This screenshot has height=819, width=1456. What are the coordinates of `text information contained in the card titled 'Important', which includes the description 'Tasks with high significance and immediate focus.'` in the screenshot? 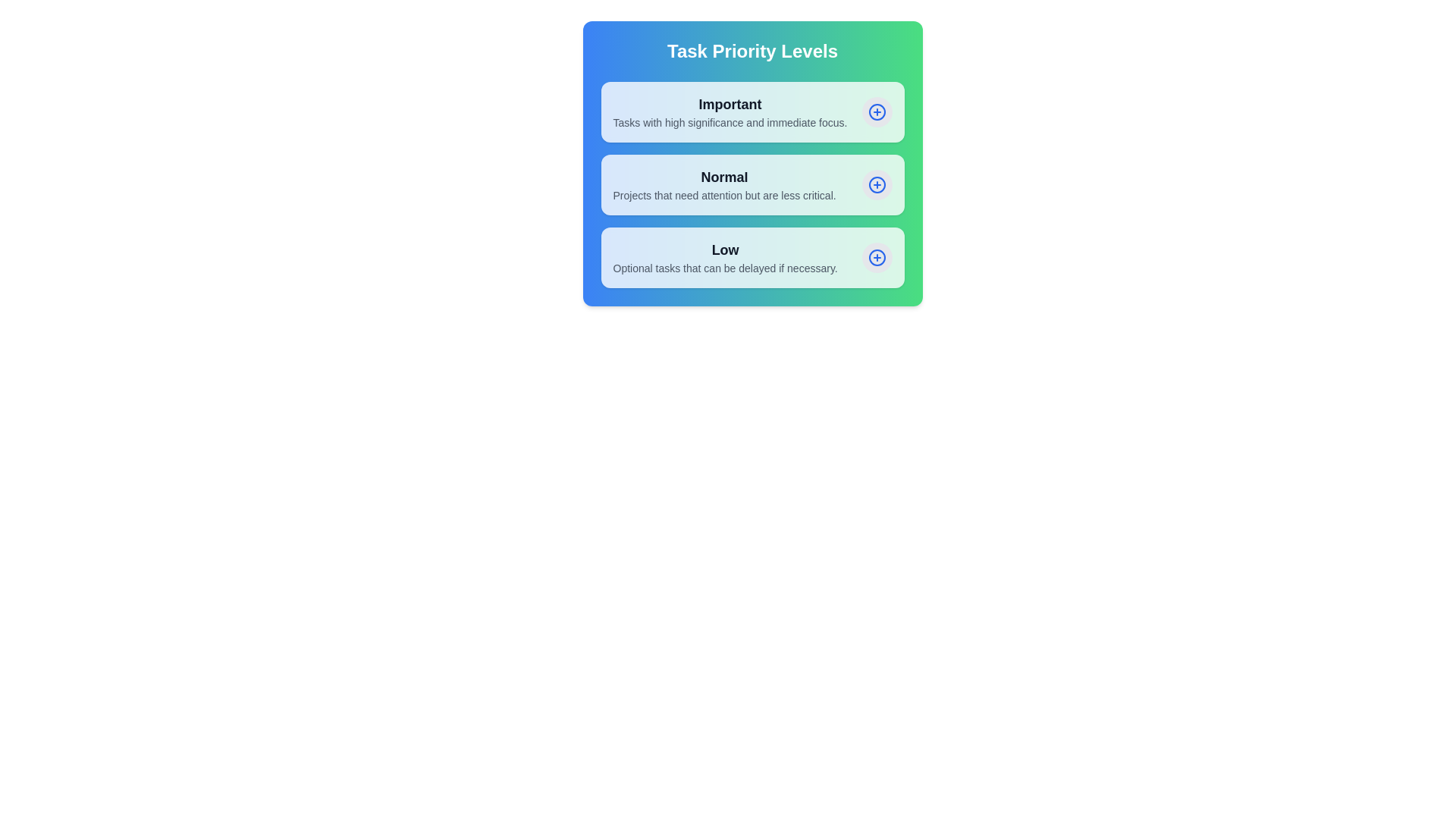 It's located at (752, 111).